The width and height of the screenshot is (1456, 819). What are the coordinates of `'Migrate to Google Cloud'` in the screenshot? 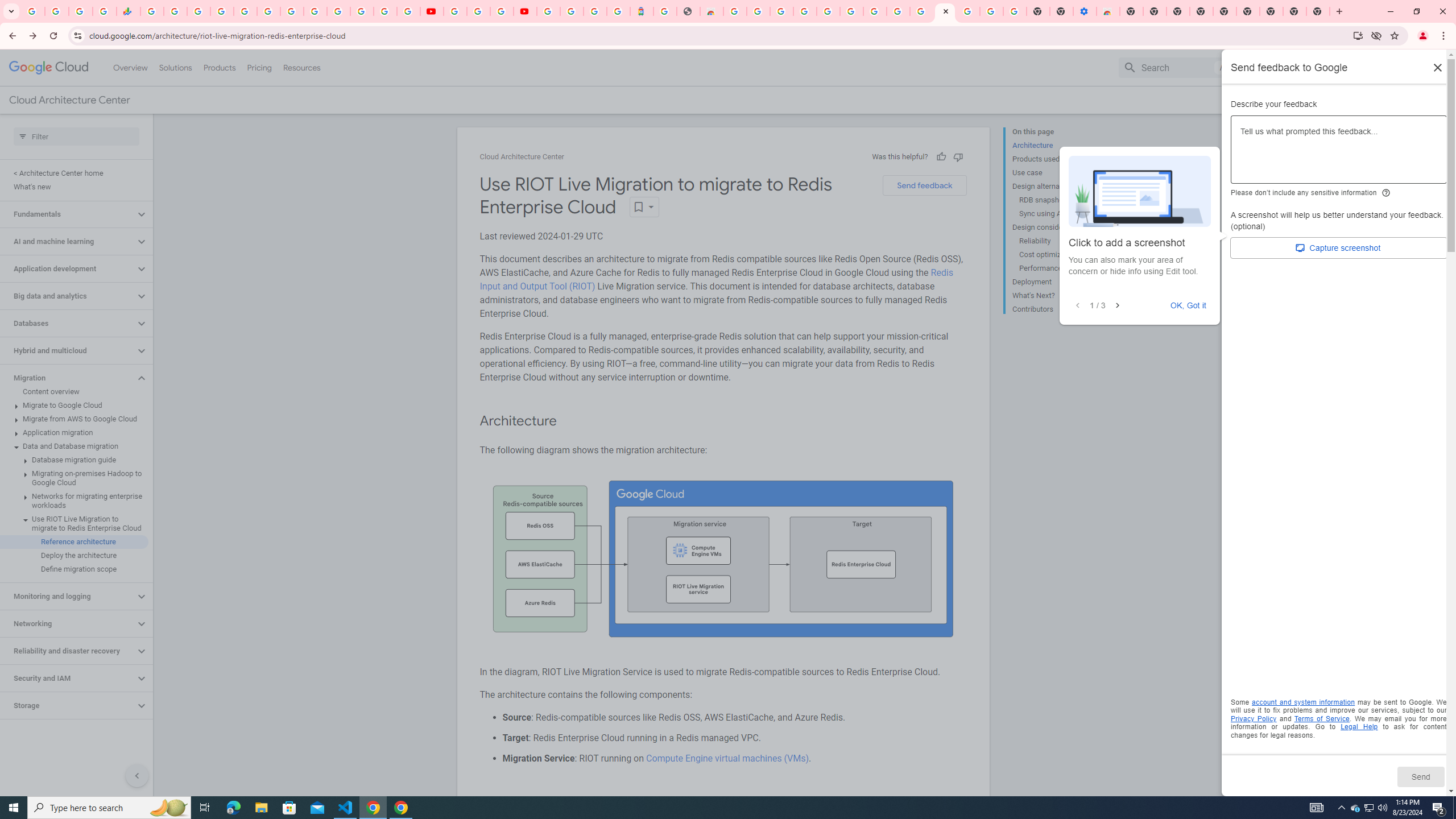 It's located at (74, 405).